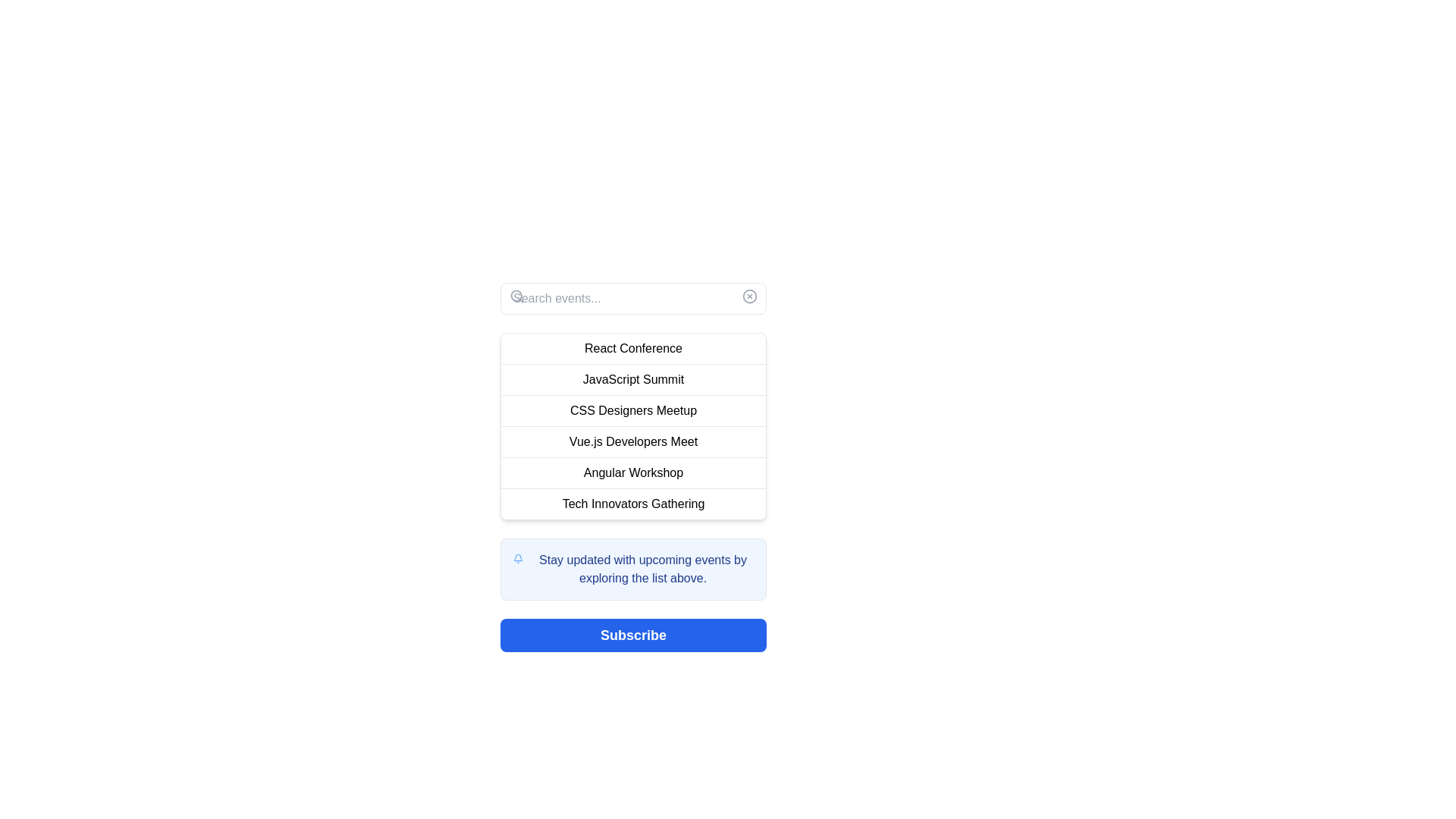 This screenshot has height=819, width=1456. Describe the element at coordinates (633, 504) in the screenshot. I see `the text label titled 'Tech Innovators Gathering', which is the last item in a vertical list, positioned below 'Angular Workshop'` at that location.